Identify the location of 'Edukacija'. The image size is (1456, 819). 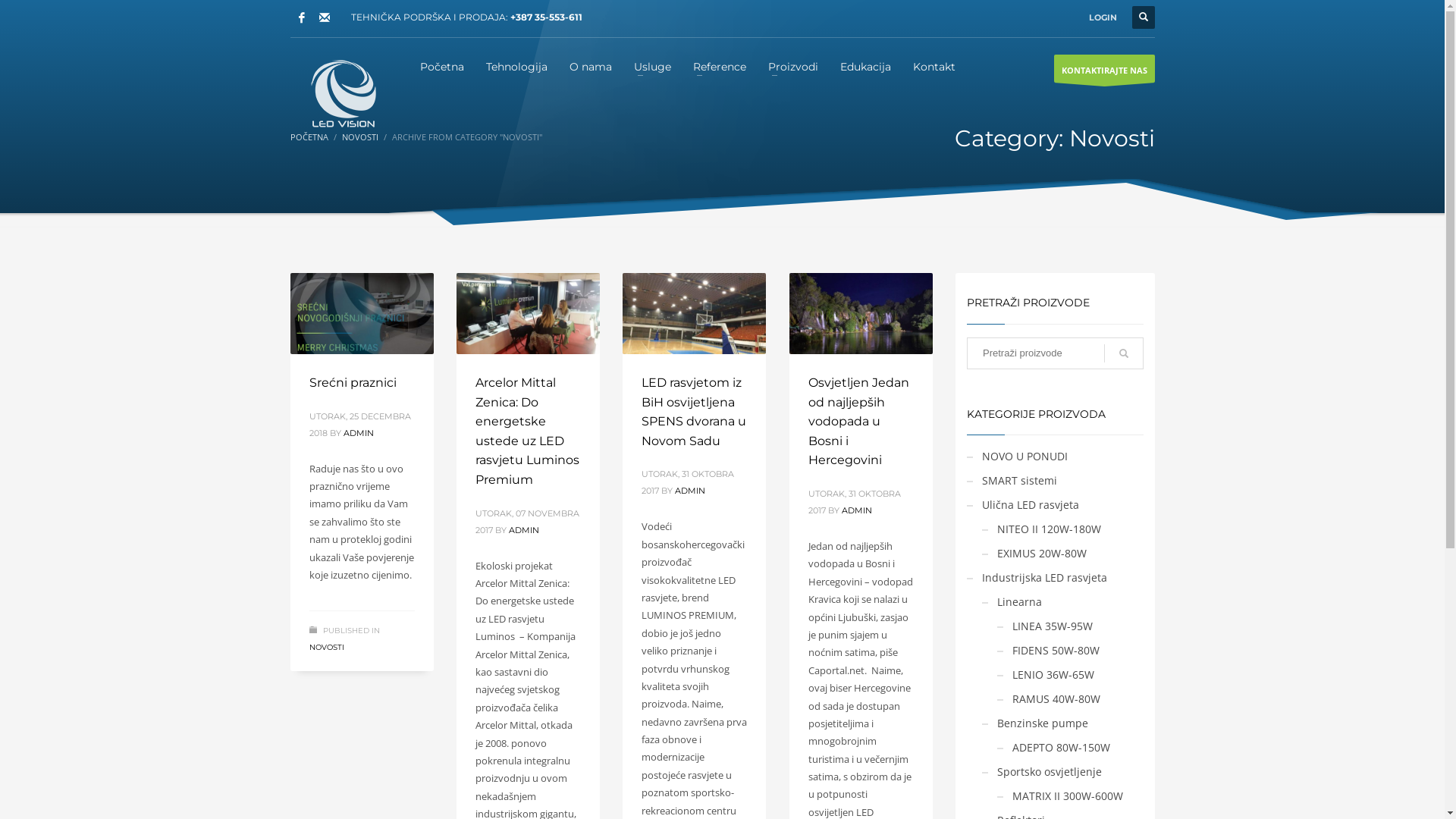
(865, 65).